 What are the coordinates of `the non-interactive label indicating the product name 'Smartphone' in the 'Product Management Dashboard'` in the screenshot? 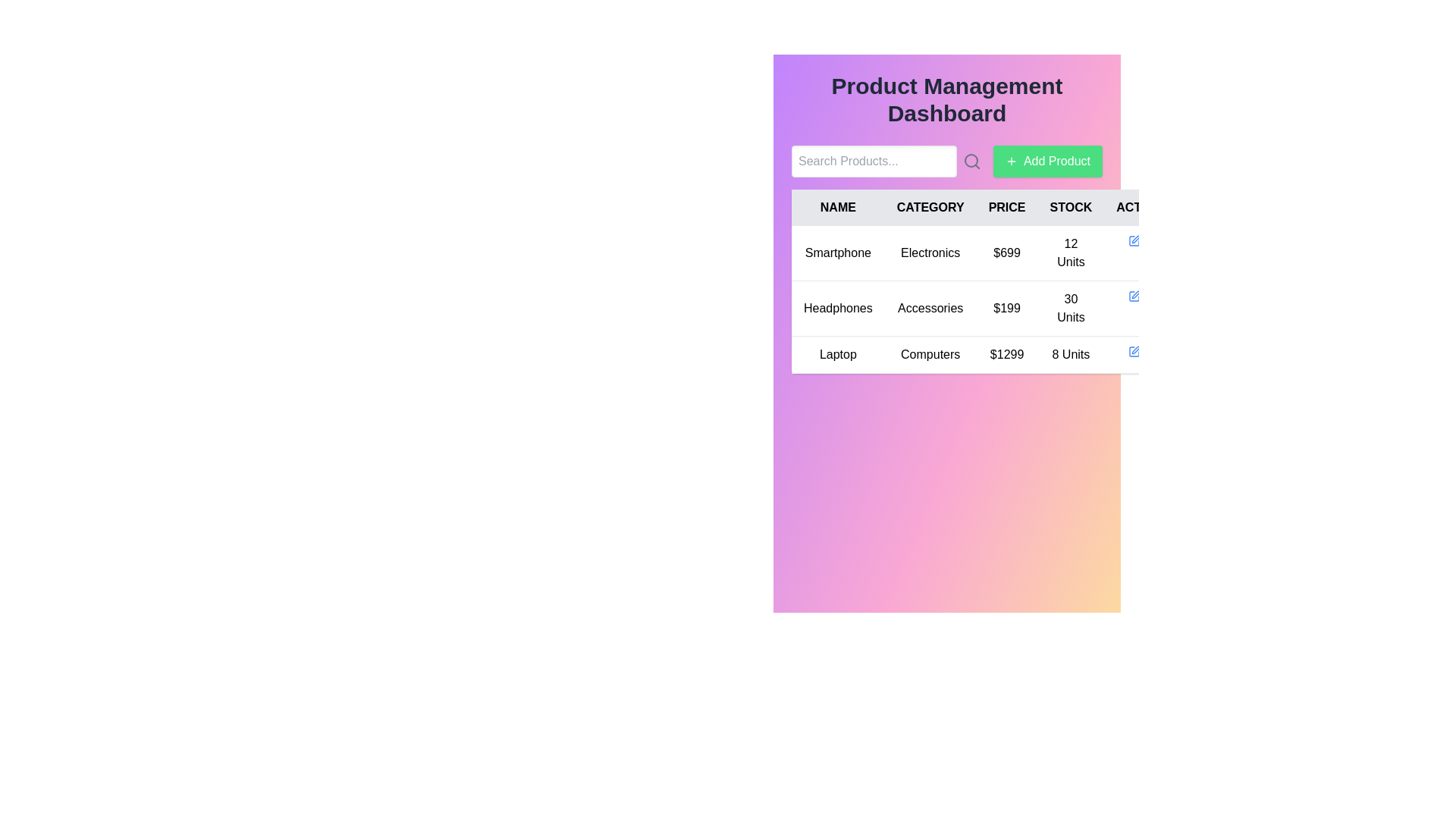 It's located at (837, 253).